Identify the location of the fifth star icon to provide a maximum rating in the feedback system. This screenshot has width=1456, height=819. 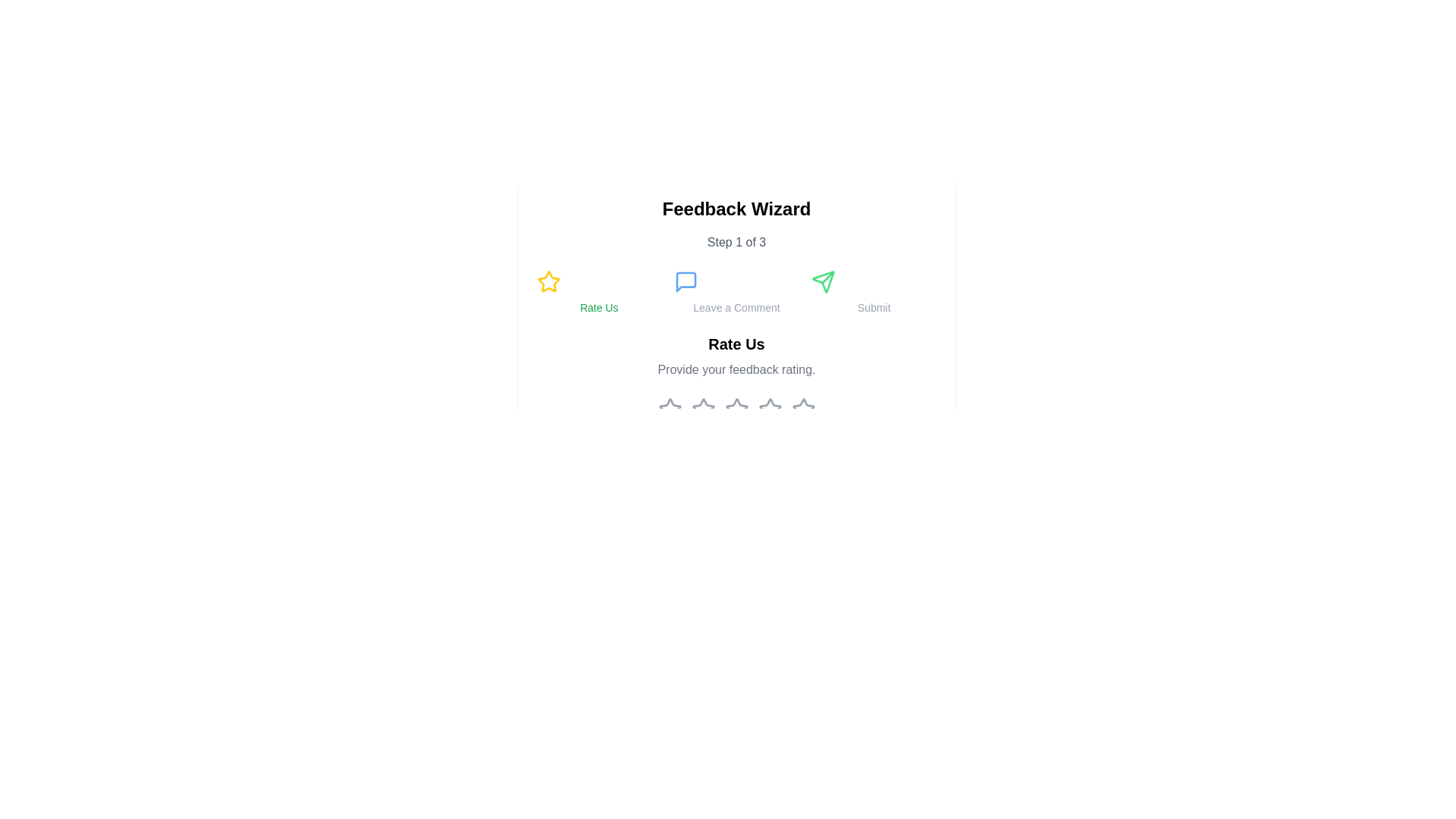
(802, 408).